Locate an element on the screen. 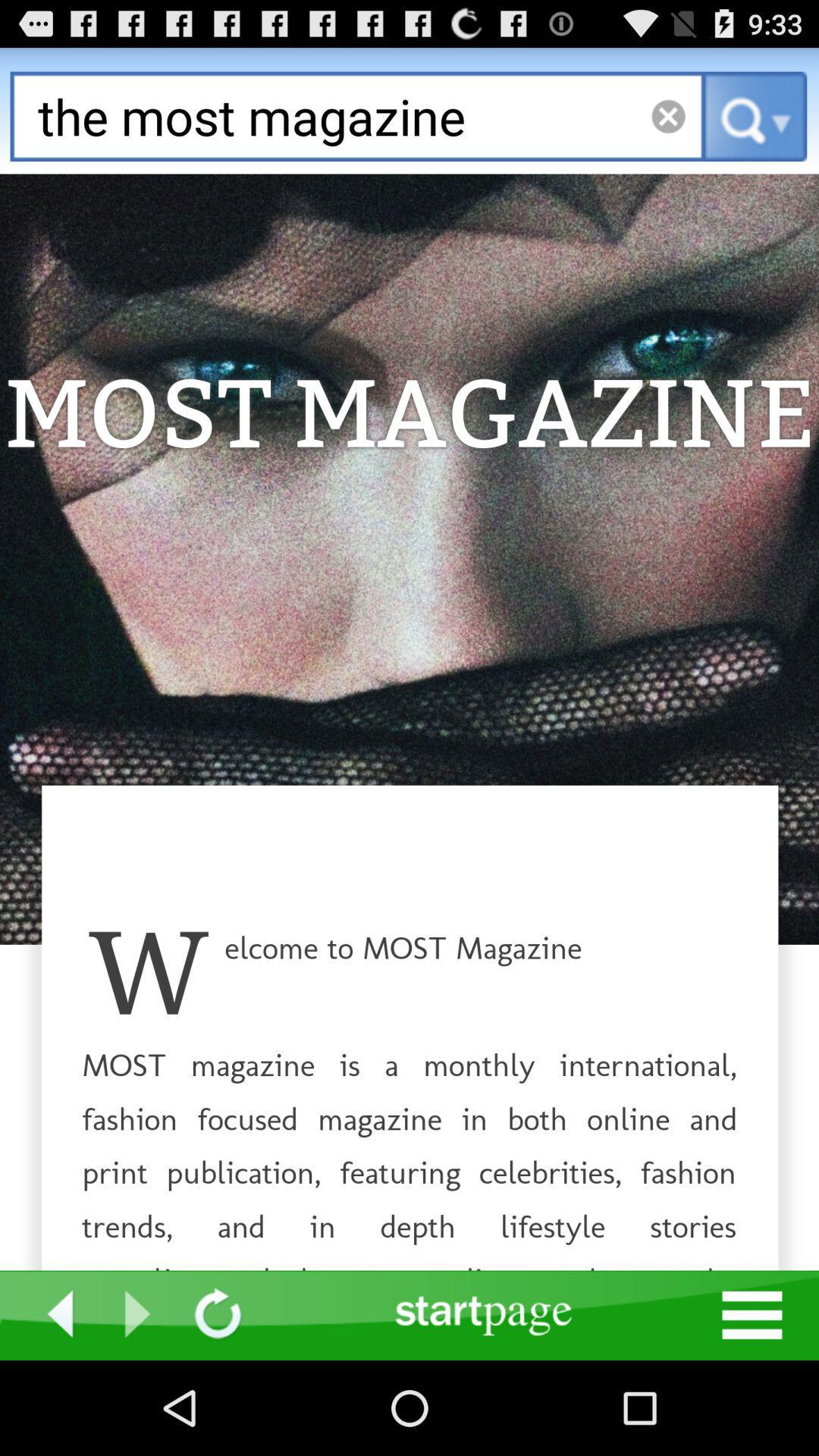 The width and height of the screenshot is (819, 1456). button is located at coordinates (667, 115).